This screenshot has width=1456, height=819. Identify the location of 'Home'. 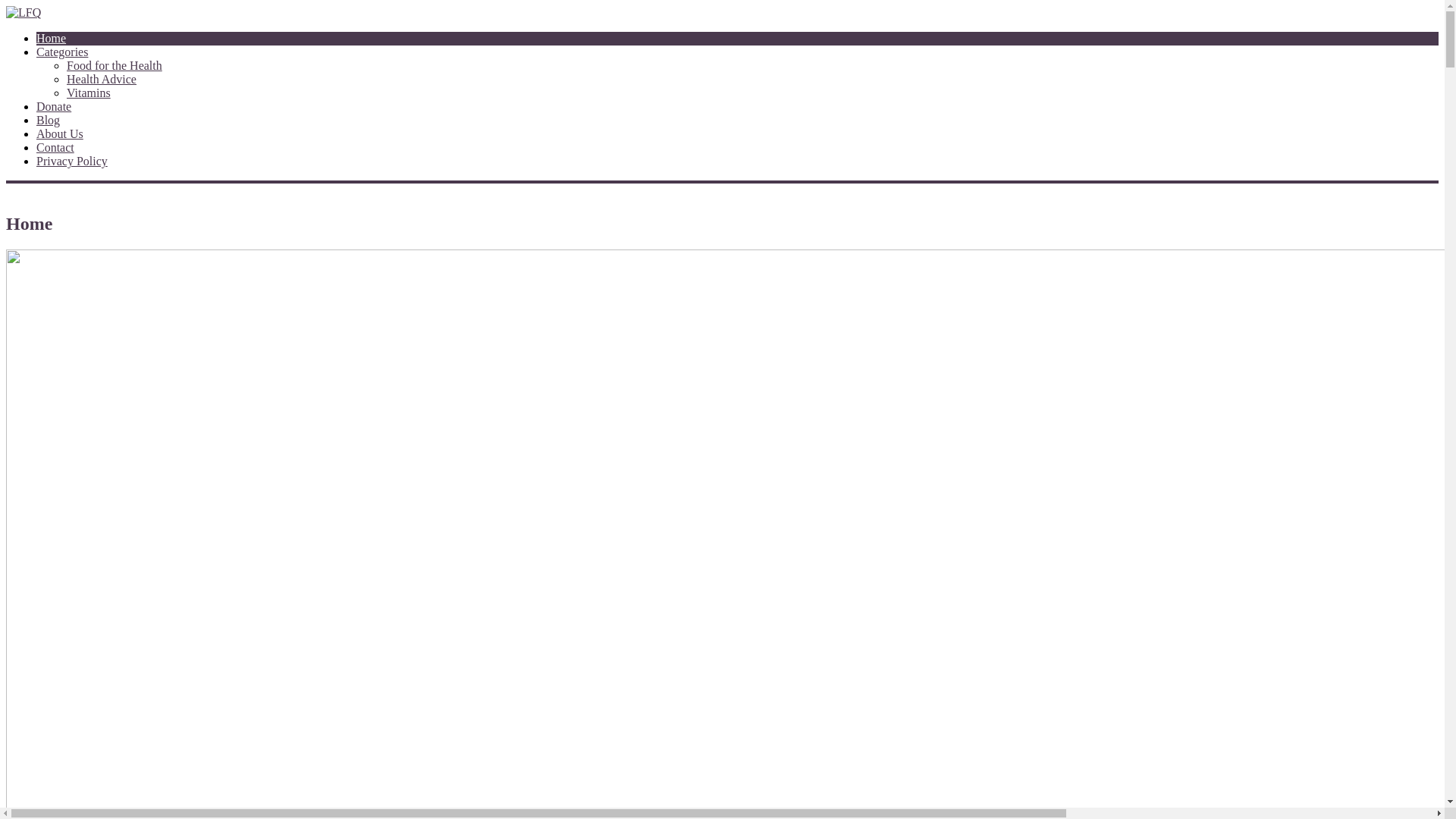
(51, 37).